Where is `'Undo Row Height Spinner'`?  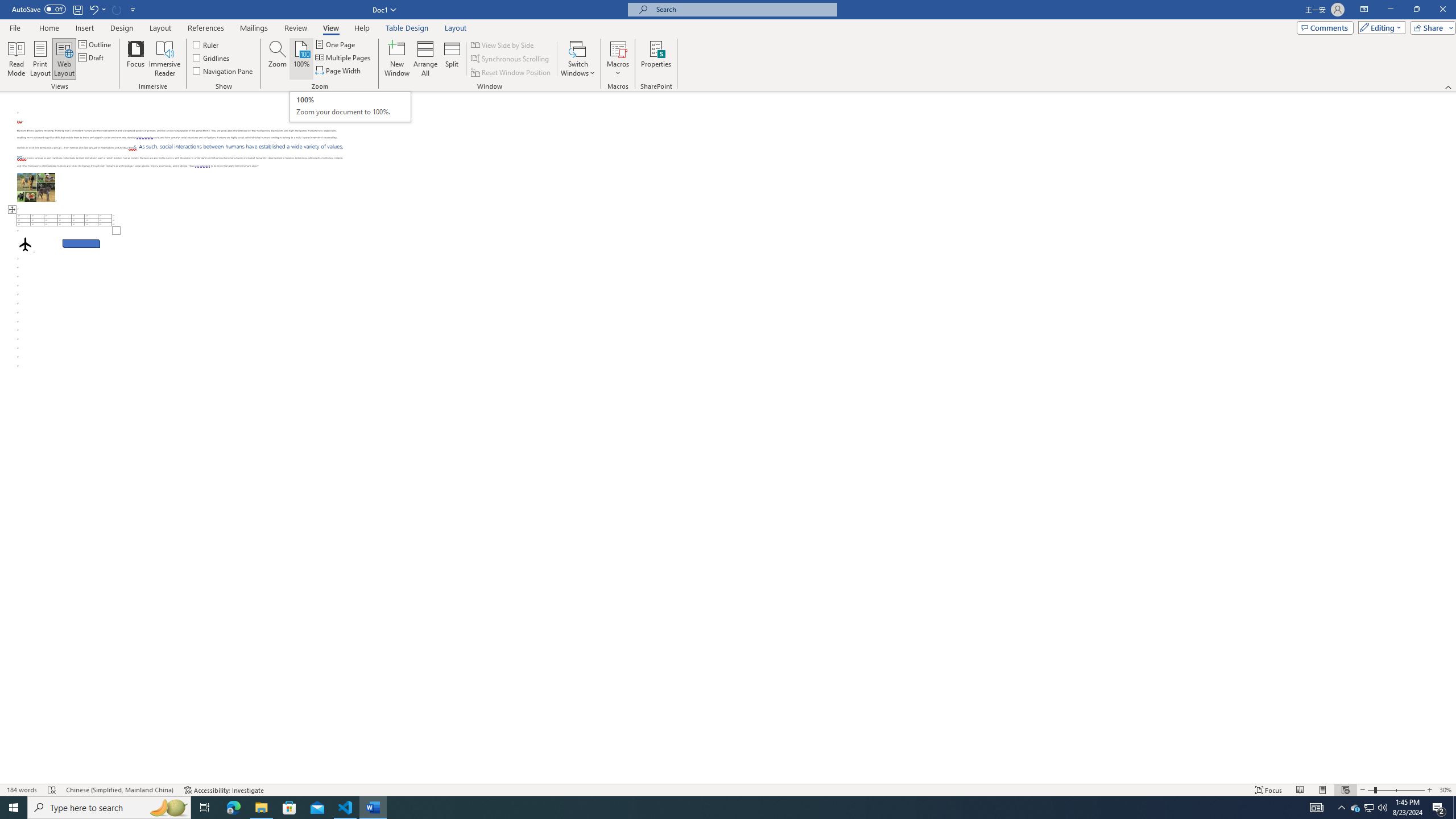 'Undo Row Height Spinner' is located at coordinates (97, 9).